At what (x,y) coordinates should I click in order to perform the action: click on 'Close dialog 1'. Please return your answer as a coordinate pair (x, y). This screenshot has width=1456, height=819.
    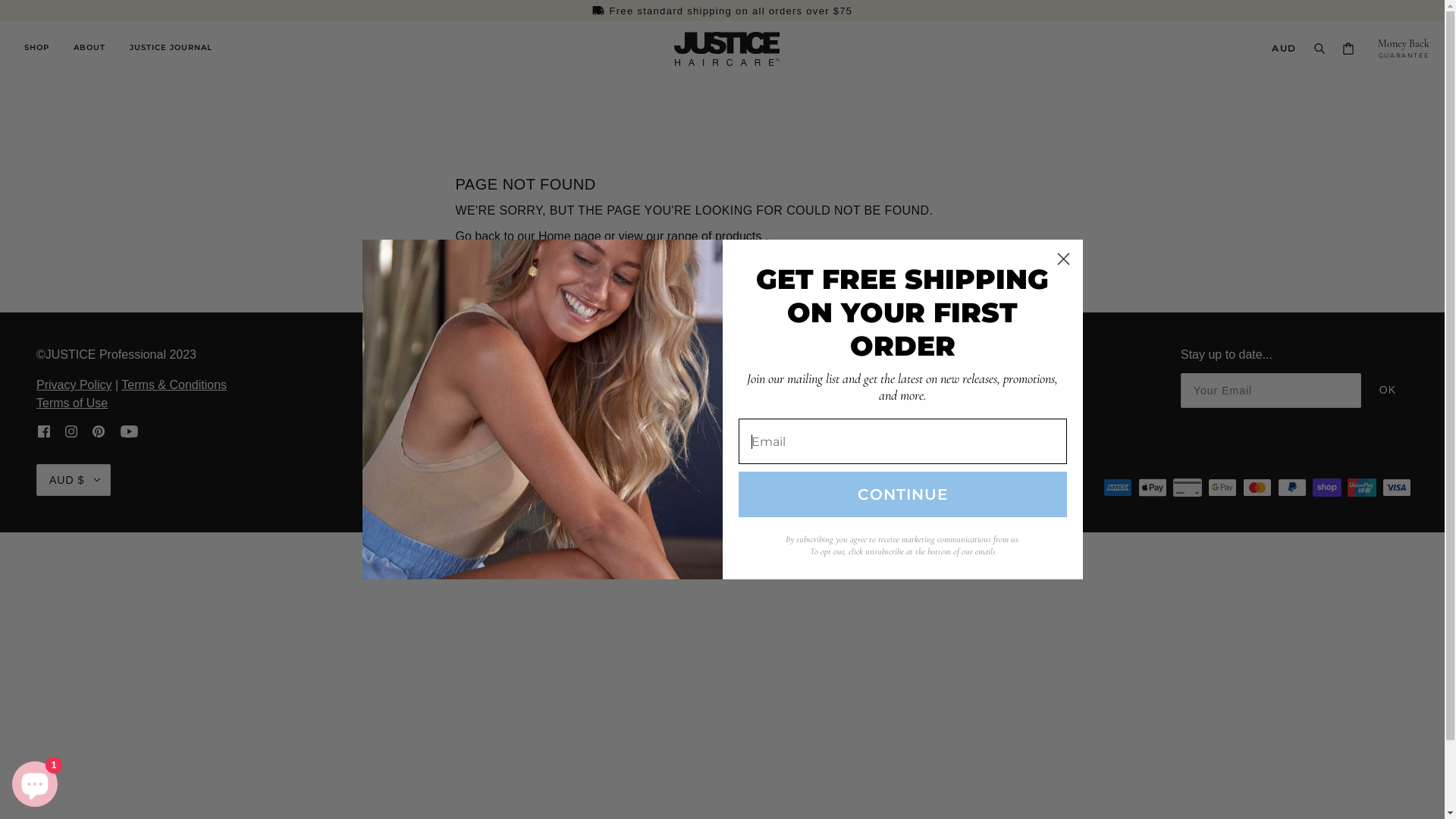
    Looking at the image, I should click on (1062, 258).